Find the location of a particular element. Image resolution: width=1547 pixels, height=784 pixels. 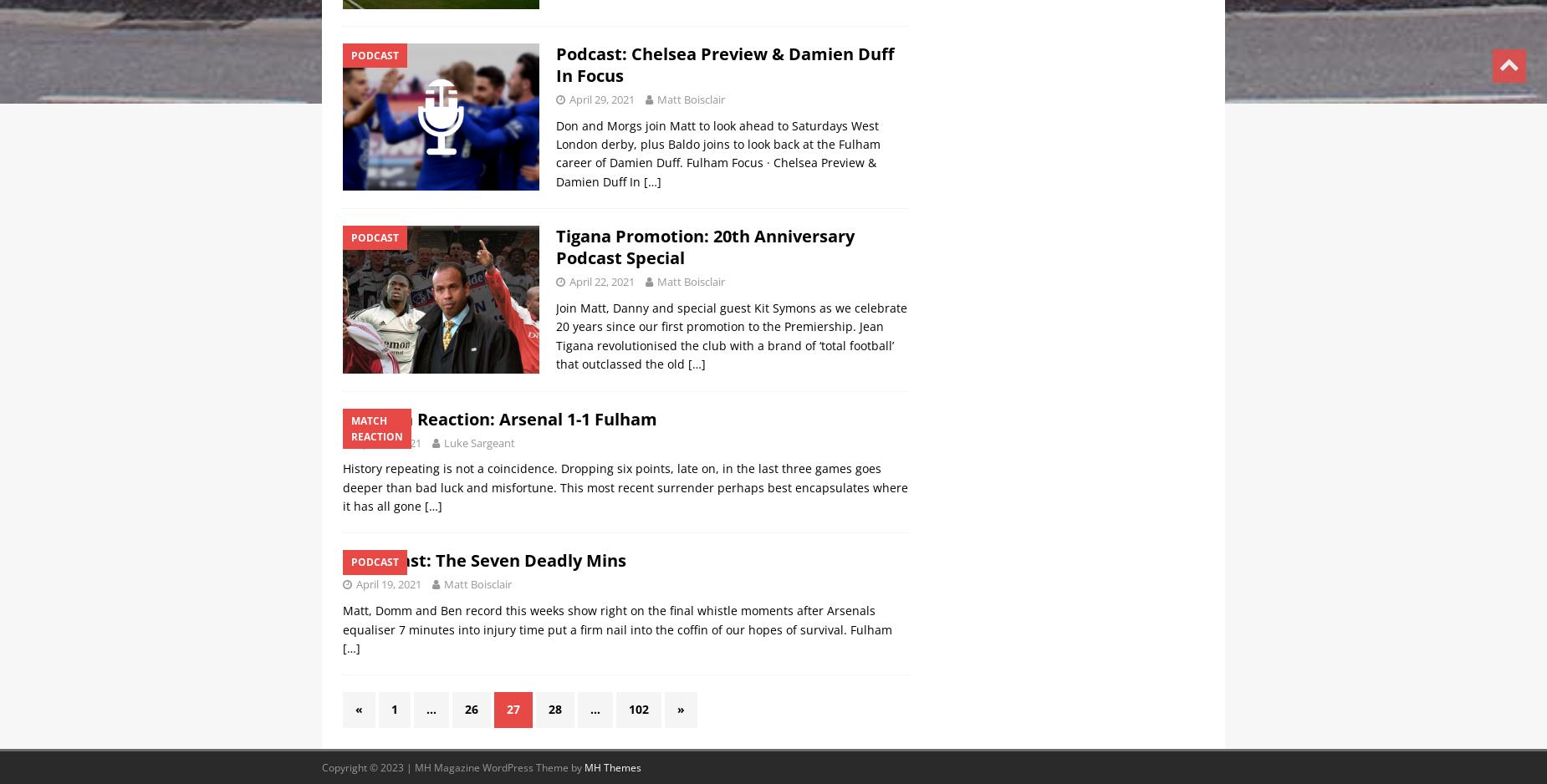

'Podcast: Chelsea Preview & Damien Duff In Focus' is located at coordinates (724, 64).